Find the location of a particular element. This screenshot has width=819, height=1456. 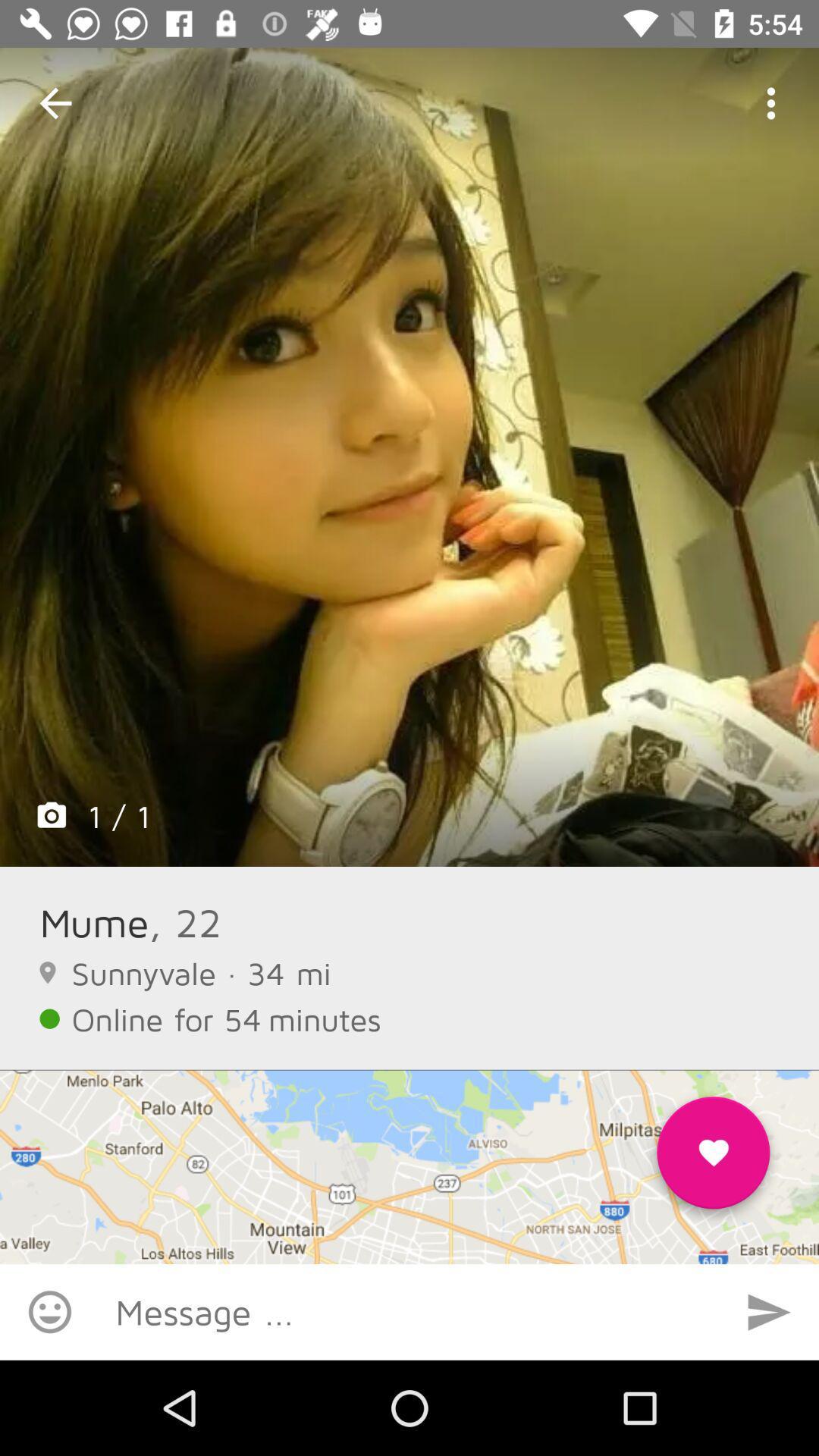

the favorite icon is located at coordinates (713, 1158).